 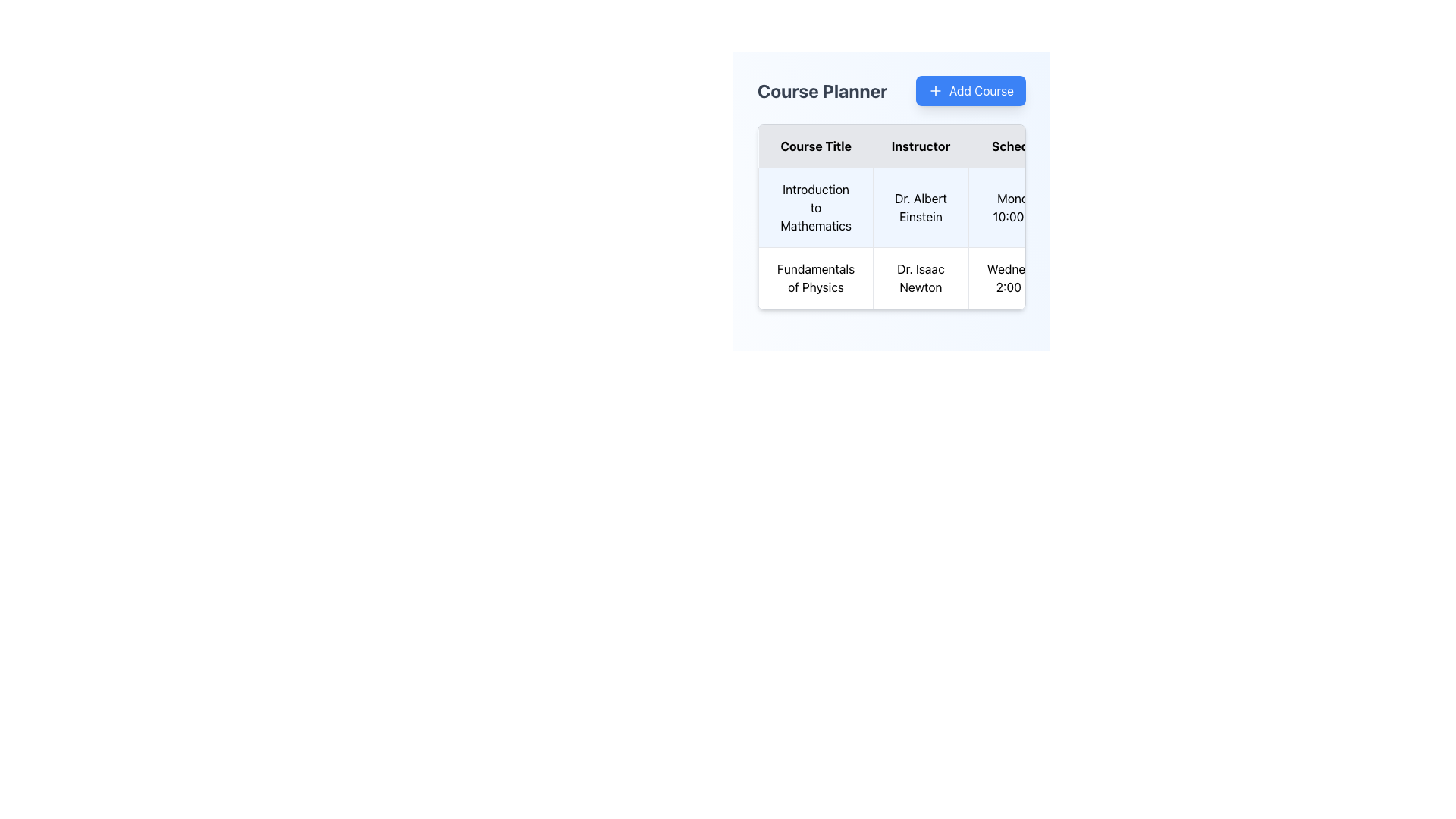 I want to click on the '+' icon located within the 'Add Course' button in the top-right corner above the 'Course Planner' table, so click(x=934, y=90).